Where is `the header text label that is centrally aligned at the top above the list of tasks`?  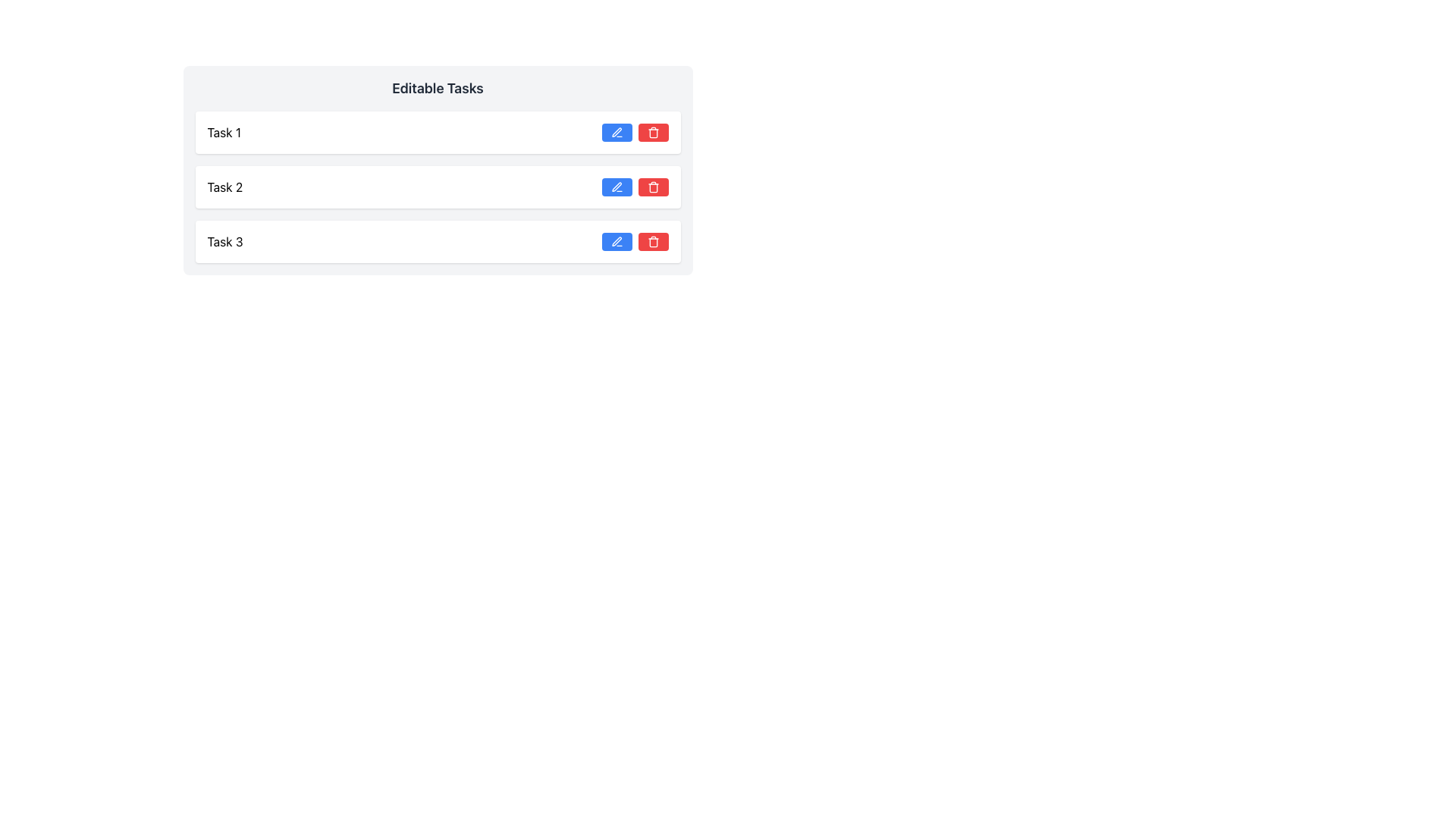 the header text label that is centrally aligned at the top above the list of tasks is located at coordinates (437, 88).